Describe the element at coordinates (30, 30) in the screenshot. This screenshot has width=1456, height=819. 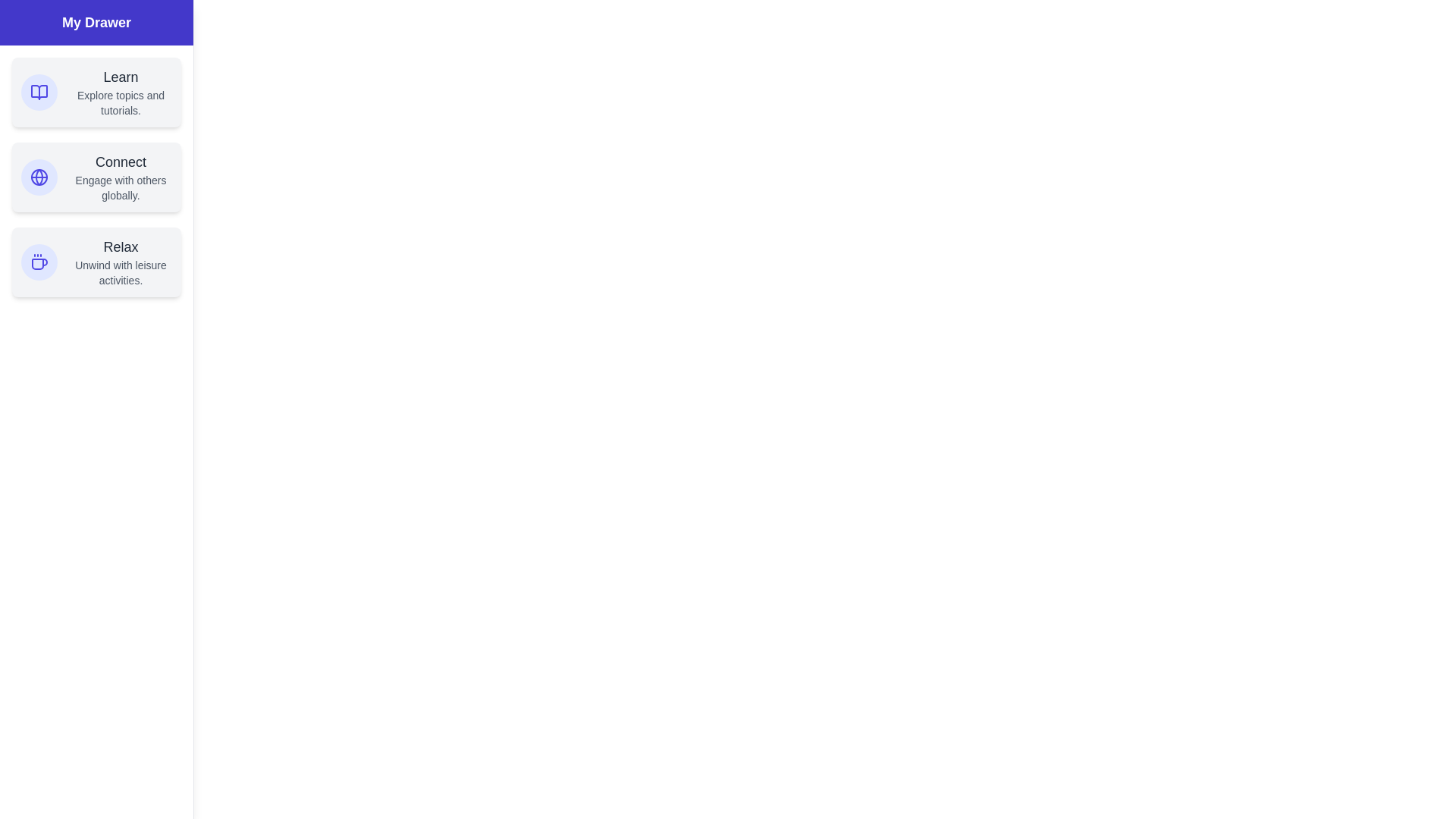
I see `the button with the menu icon to toggle the drawer visibility` at that location.